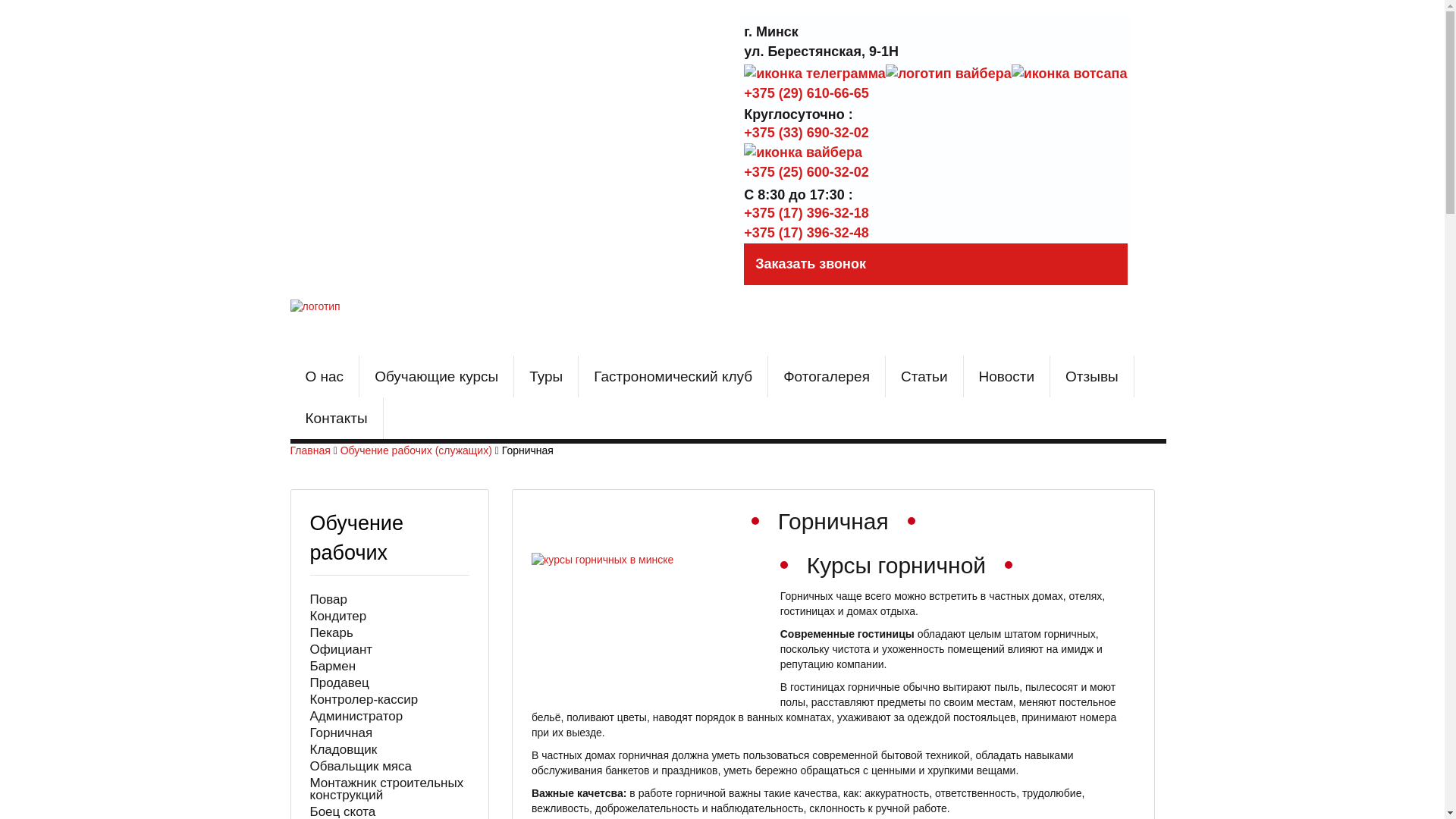 The width and height of the screenshot is (1456, 819). Describe the element at coordinates (805, 171) in the screenshot. I see `'+375 (25) 600-32-02'` at that location.